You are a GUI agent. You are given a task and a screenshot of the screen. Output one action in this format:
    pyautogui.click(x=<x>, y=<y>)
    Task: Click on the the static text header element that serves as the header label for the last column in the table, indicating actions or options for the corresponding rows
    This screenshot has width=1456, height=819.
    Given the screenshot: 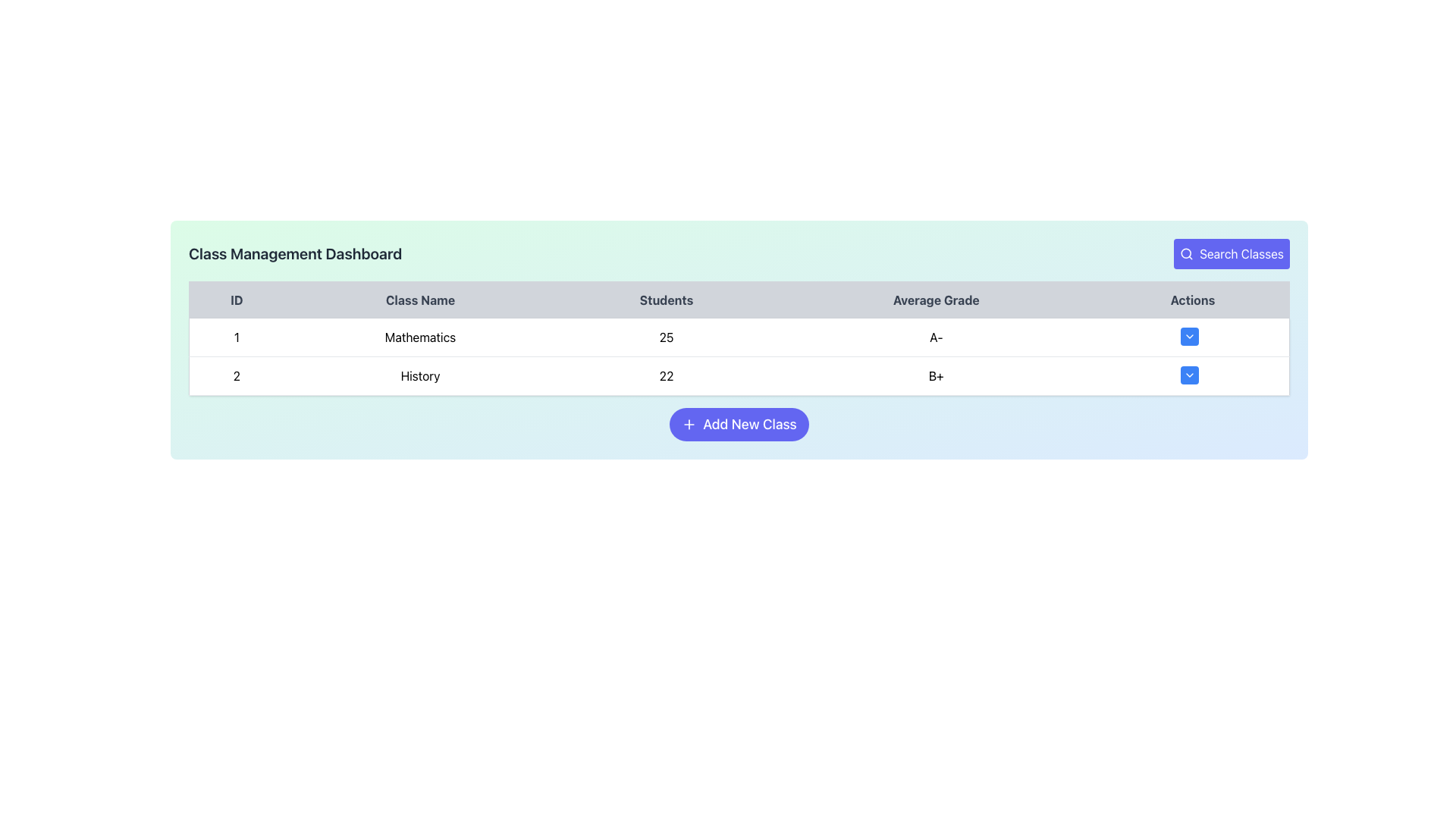 What is the action you would take?
    pyautogui.click(x=1192, y=300)
    